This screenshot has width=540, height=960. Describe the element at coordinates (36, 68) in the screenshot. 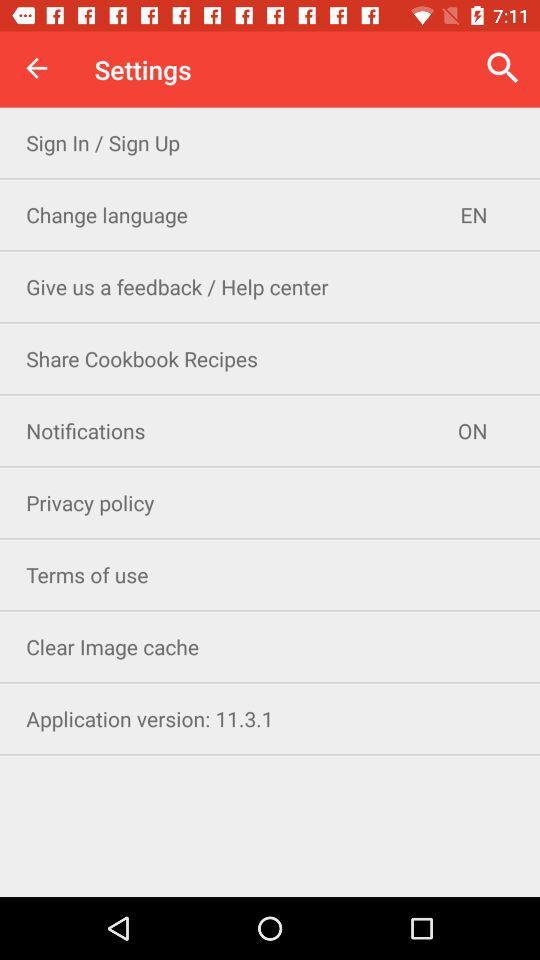

I see `item next to settings` at that location.